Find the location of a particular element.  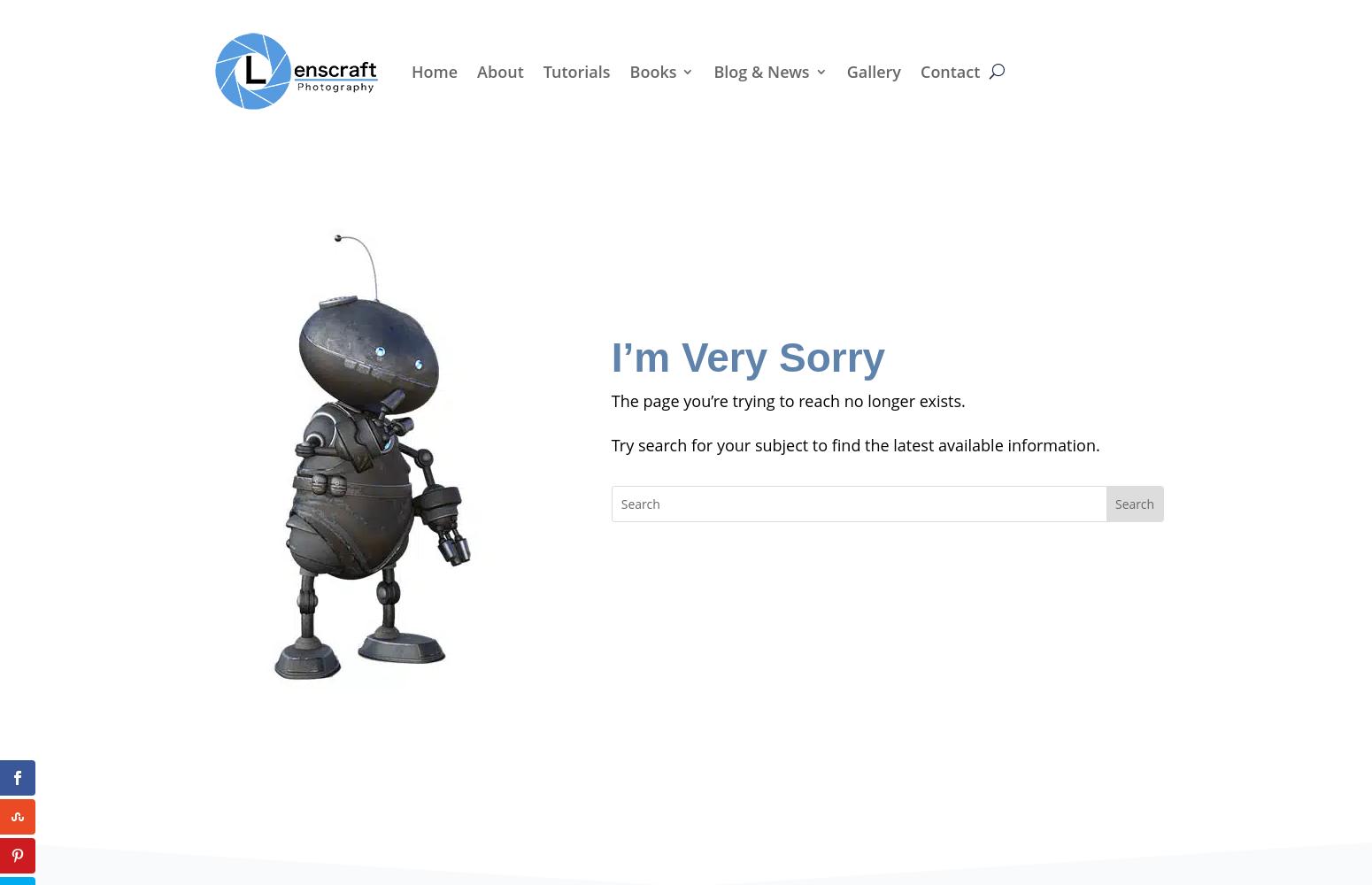

'Tutorials' is located at coordinates (575, 70).